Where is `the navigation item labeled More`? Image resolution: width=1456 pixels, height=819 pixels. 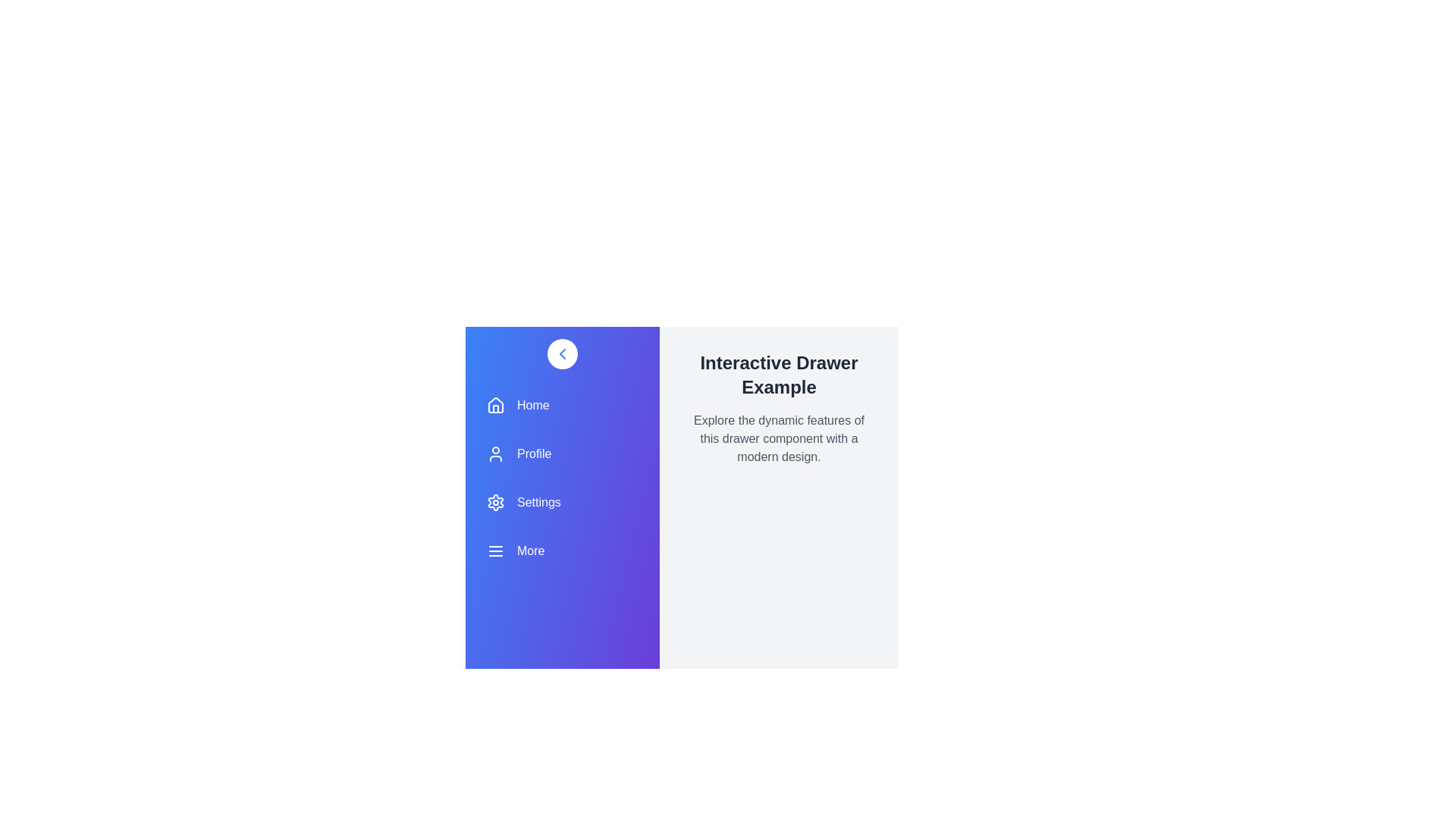
the navigation item labeled More is located at coordinates (562, 551).